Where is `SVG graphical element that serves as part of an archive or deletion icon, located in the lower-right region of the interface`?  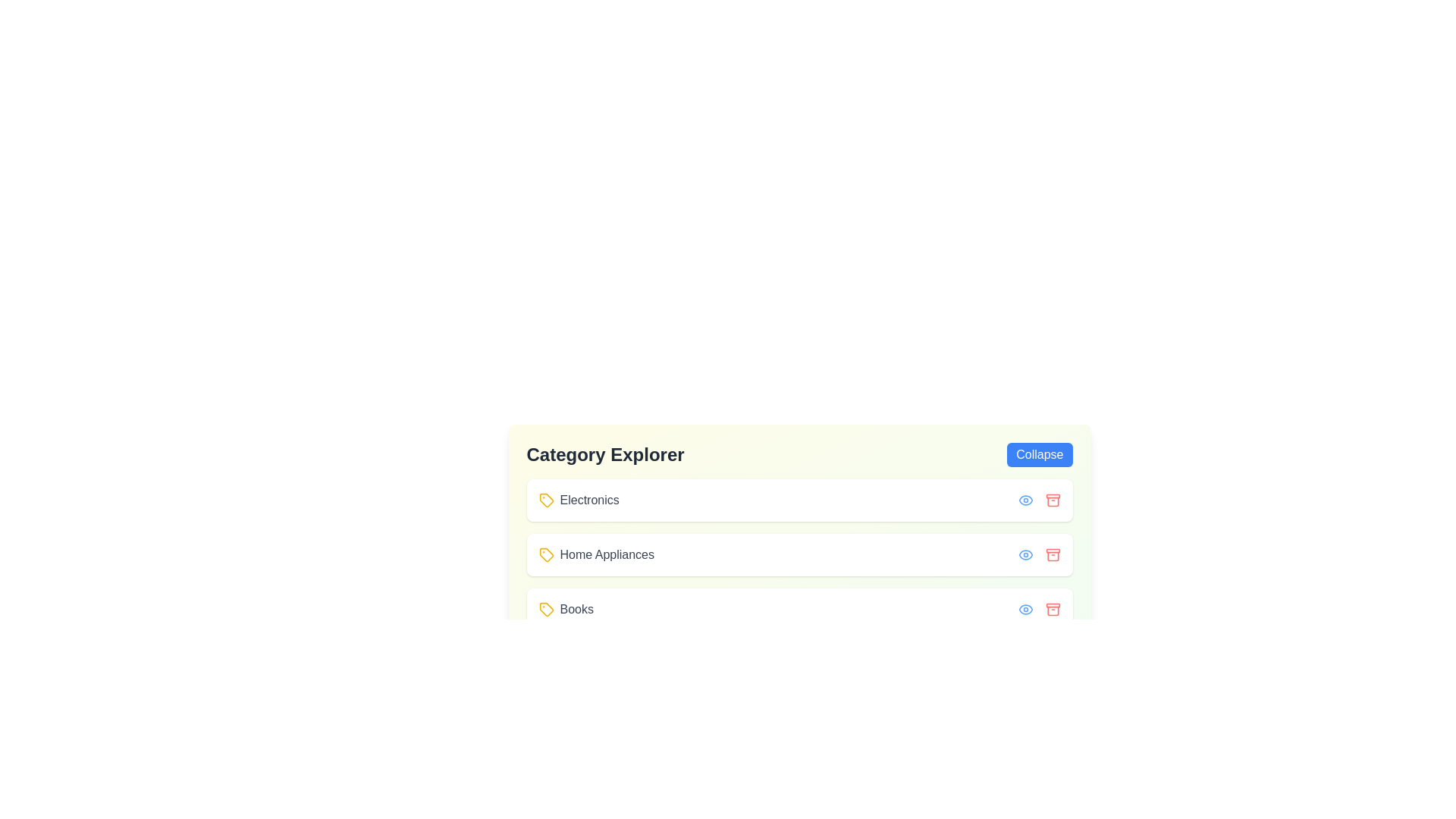
SVG graphical element that serves as part of an archive or deletion icon, located in the lower-right region of the interface is located at coordinates (1052, 551).